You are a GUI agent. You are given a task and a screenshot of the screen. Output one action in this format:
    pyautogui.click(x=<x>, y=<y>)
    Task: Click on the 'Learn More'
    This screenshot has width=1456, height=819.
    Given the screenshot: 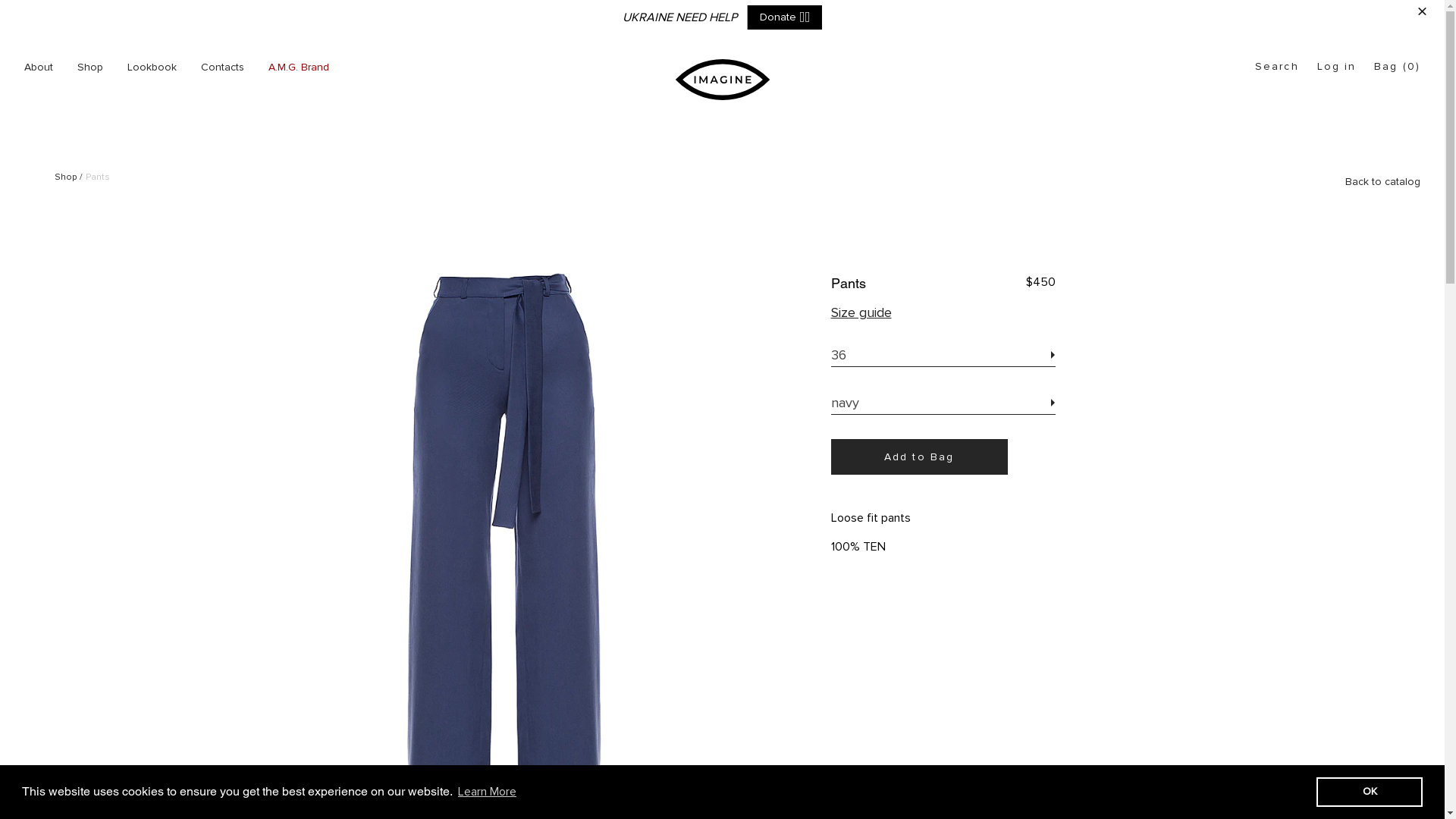 What is the action you would take?
    pyautogui.click(x=487, y=791)
    